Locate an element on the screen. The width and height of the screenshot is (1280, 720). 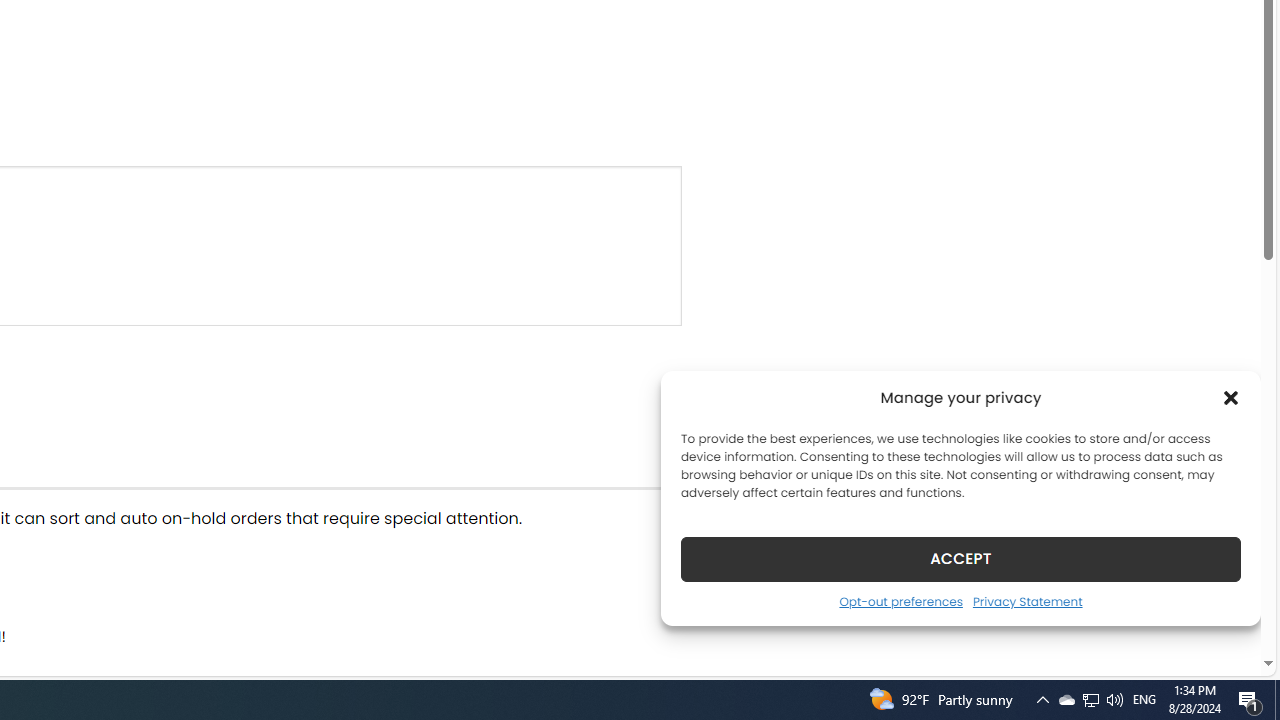
'ACCEPT' is located at coordinates (961, 558).